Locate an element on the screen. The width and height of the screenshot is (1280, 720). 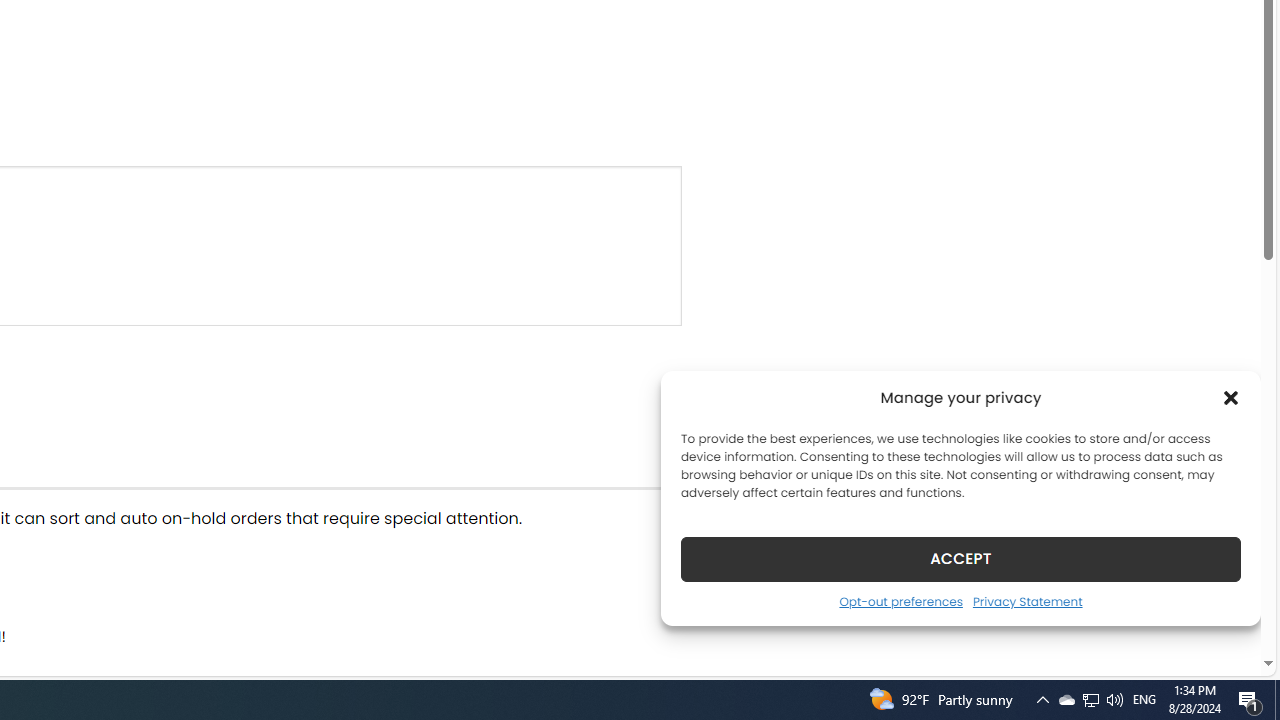
'ACCEPT' is located at coordinates (961, 558).